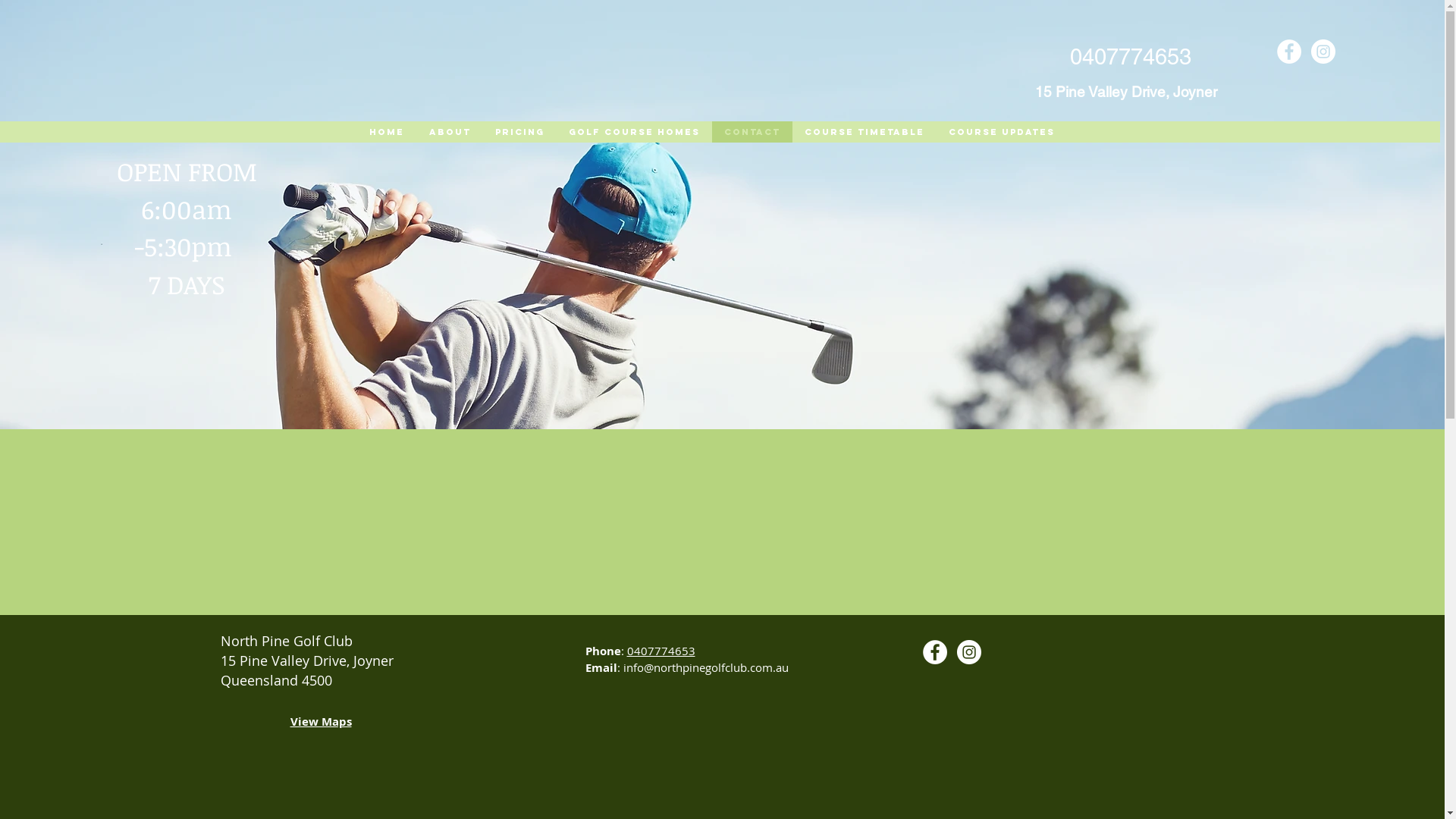 This screenshot has width=1456, height=819. I want to click on 'View Maps', so click(319, 722).